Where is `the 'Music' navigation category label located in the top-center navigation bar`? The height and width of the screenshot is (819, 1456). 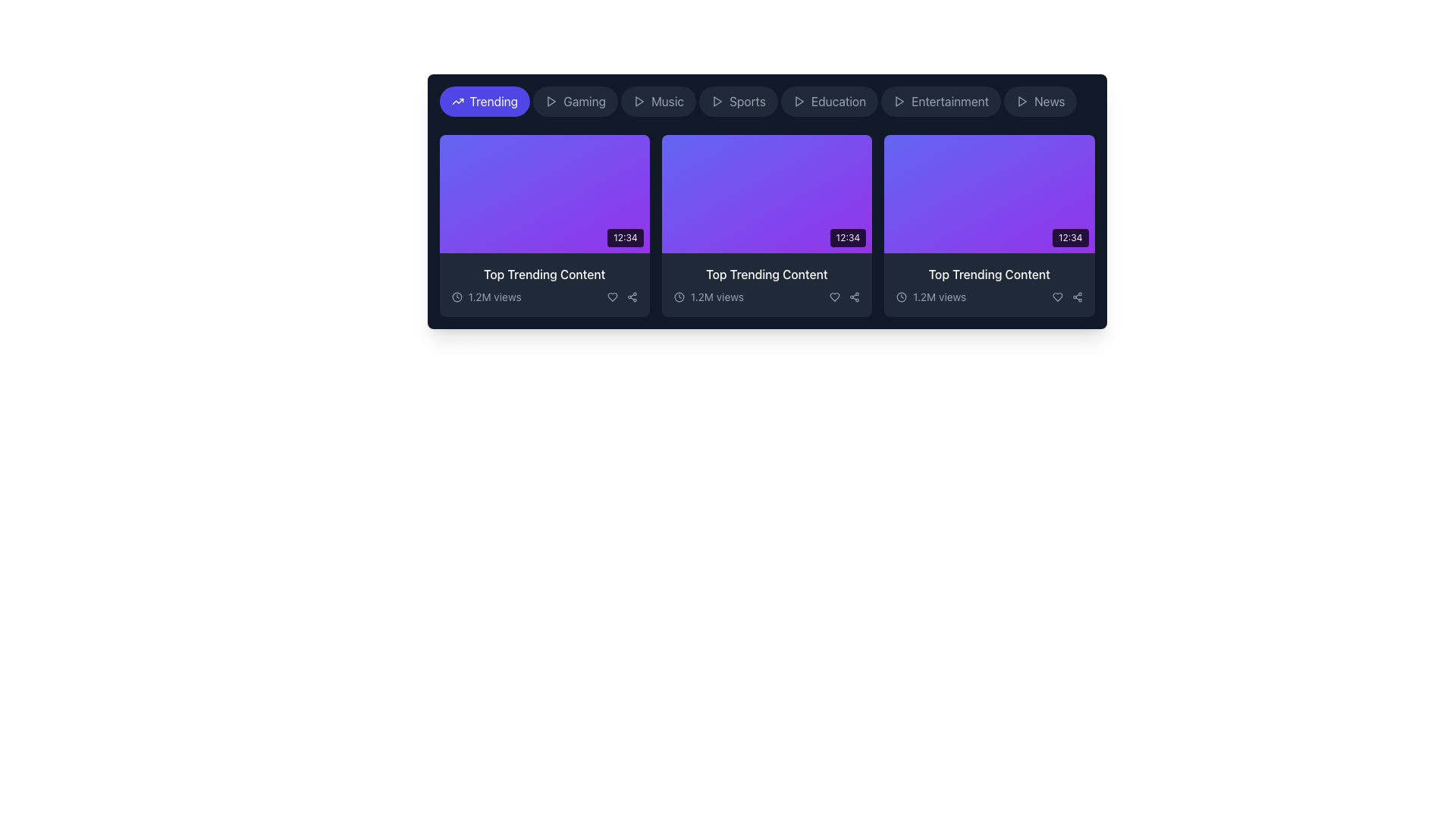 the 'Music' navigation category label located in the top-center navigation bar is located at coordinates (667, 102).